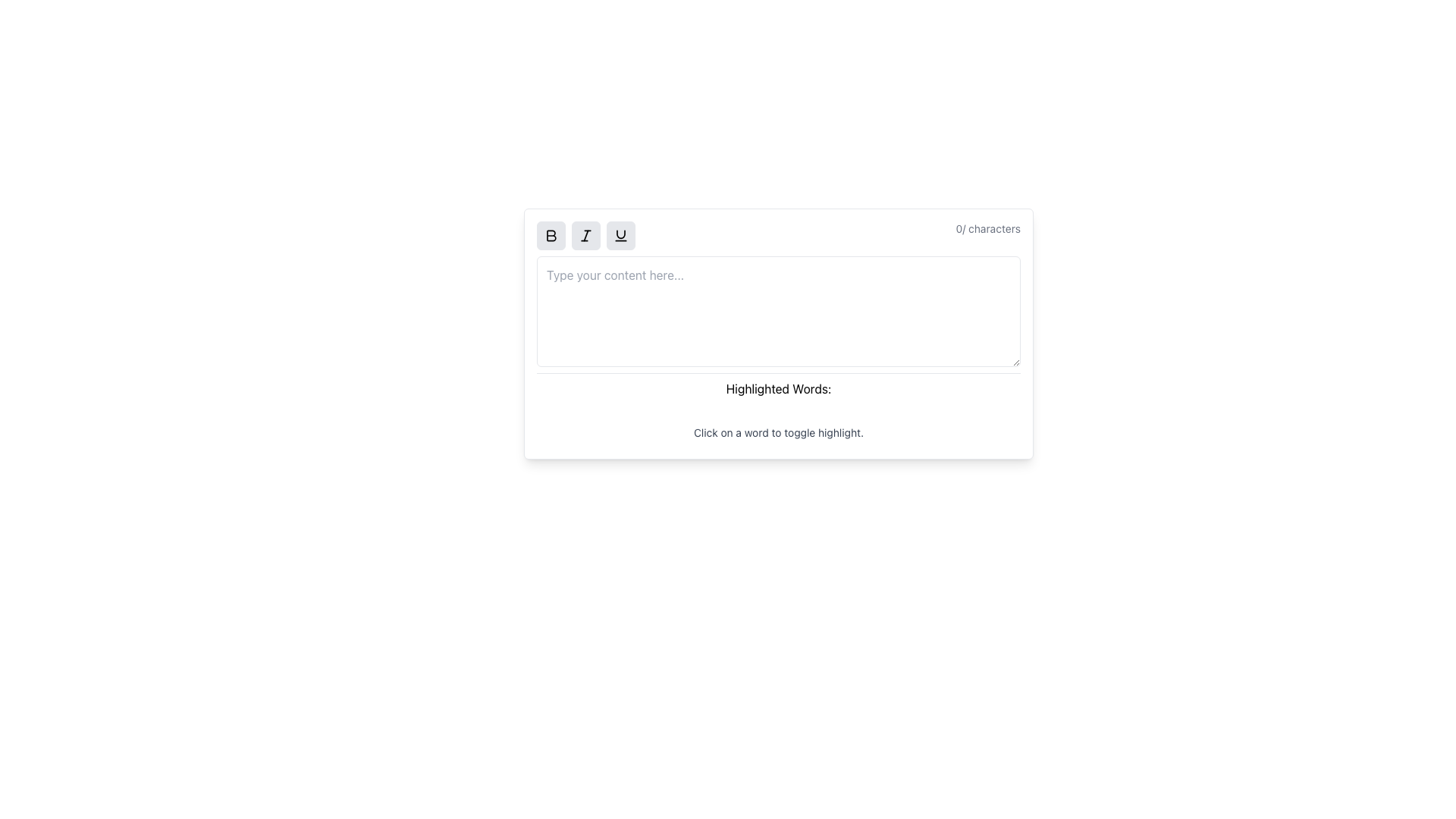 The height and width of the screenshot is (819, 1456). Describe the element at coordinates (585, 236) in the screenshot. I see `the italic formatting button, which is the second button in the row of styling options (B, I, U)` at that location.